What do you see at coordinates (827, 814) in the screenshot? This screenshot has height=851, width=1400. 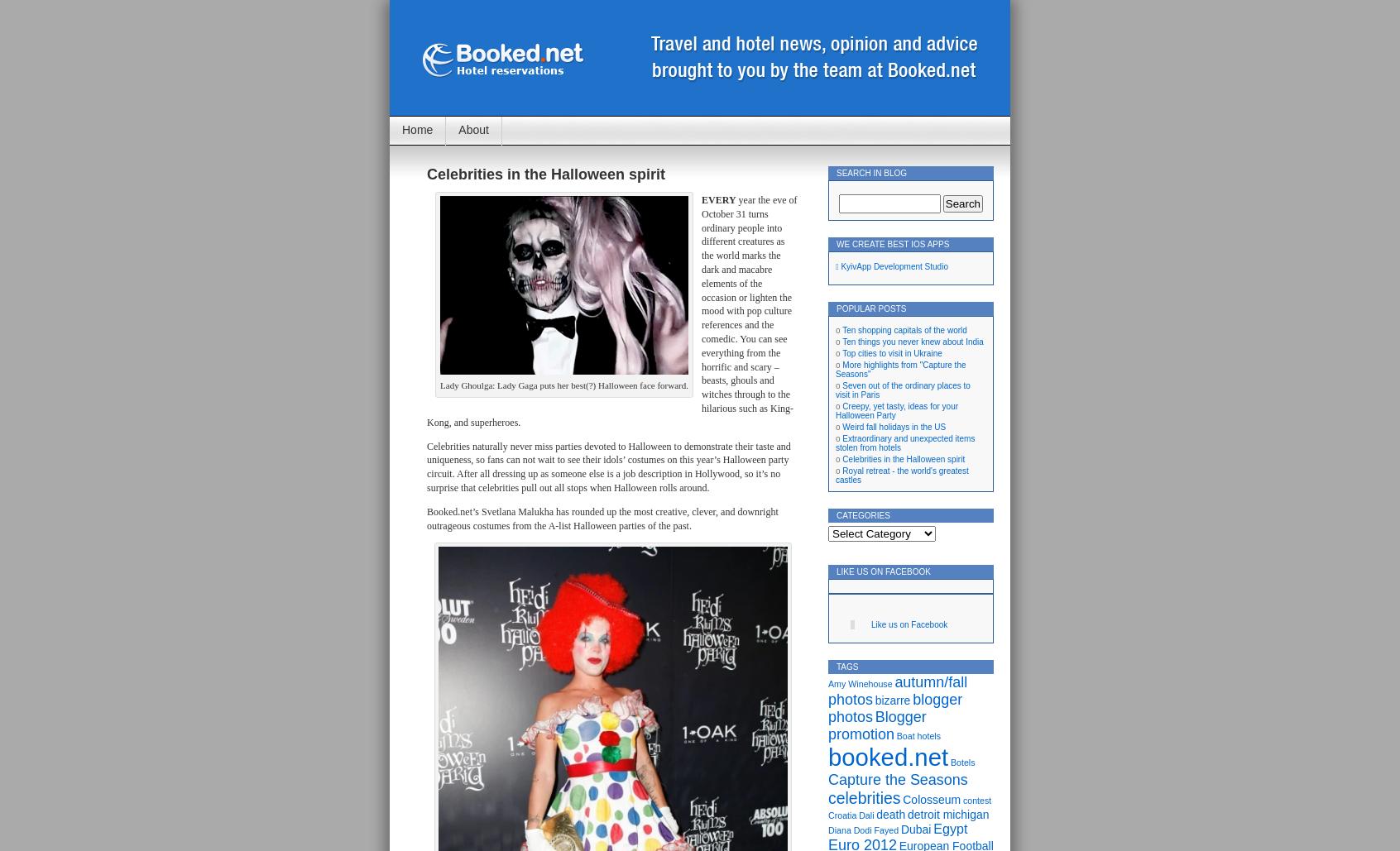 I see `'Croatia'` at bounding box center [827, 814].